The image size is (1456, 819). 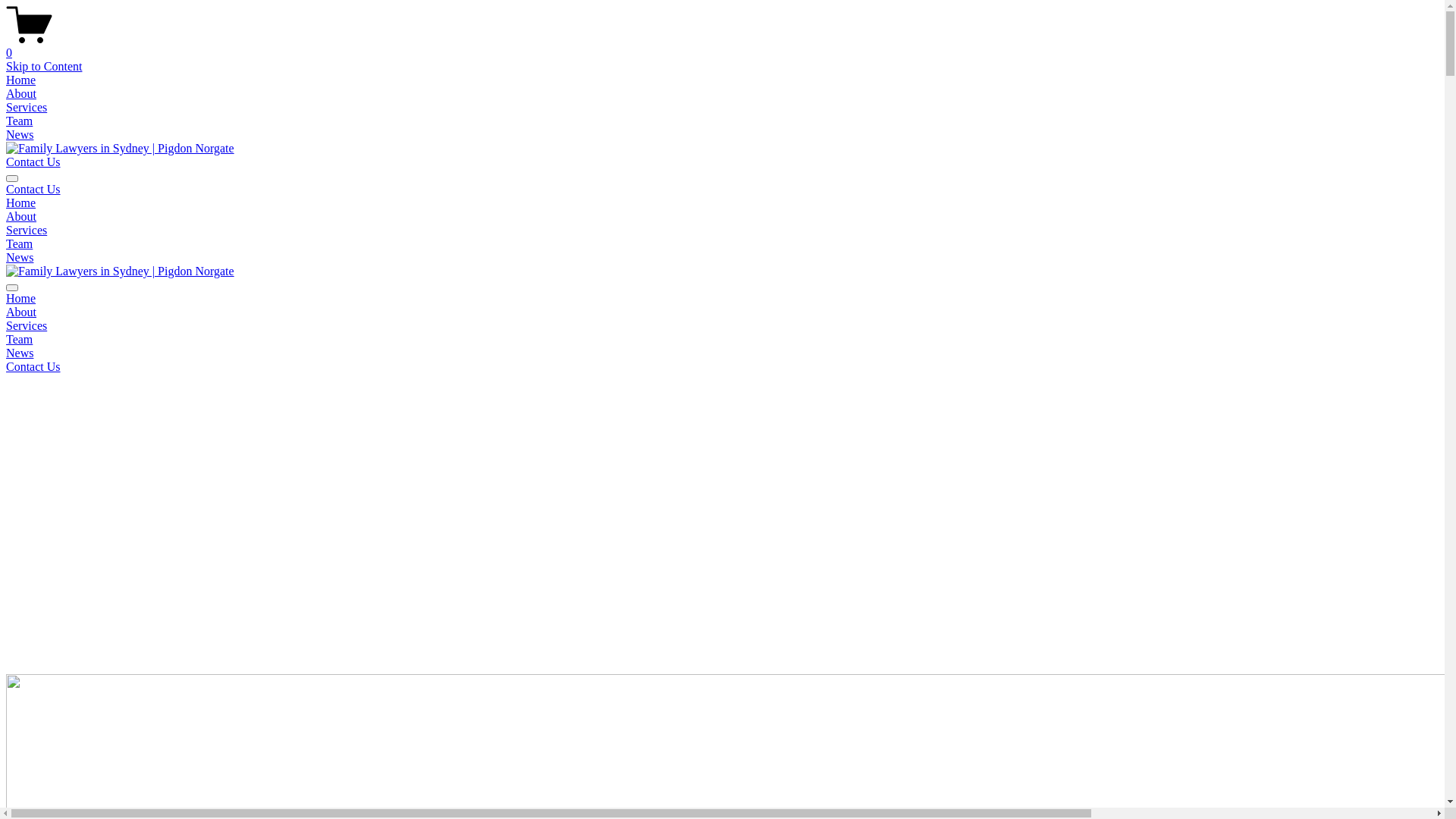 What do you see at coordinates (19, 120) in the screenshot?
I see `'Team'` at bounding box center [19, 120].